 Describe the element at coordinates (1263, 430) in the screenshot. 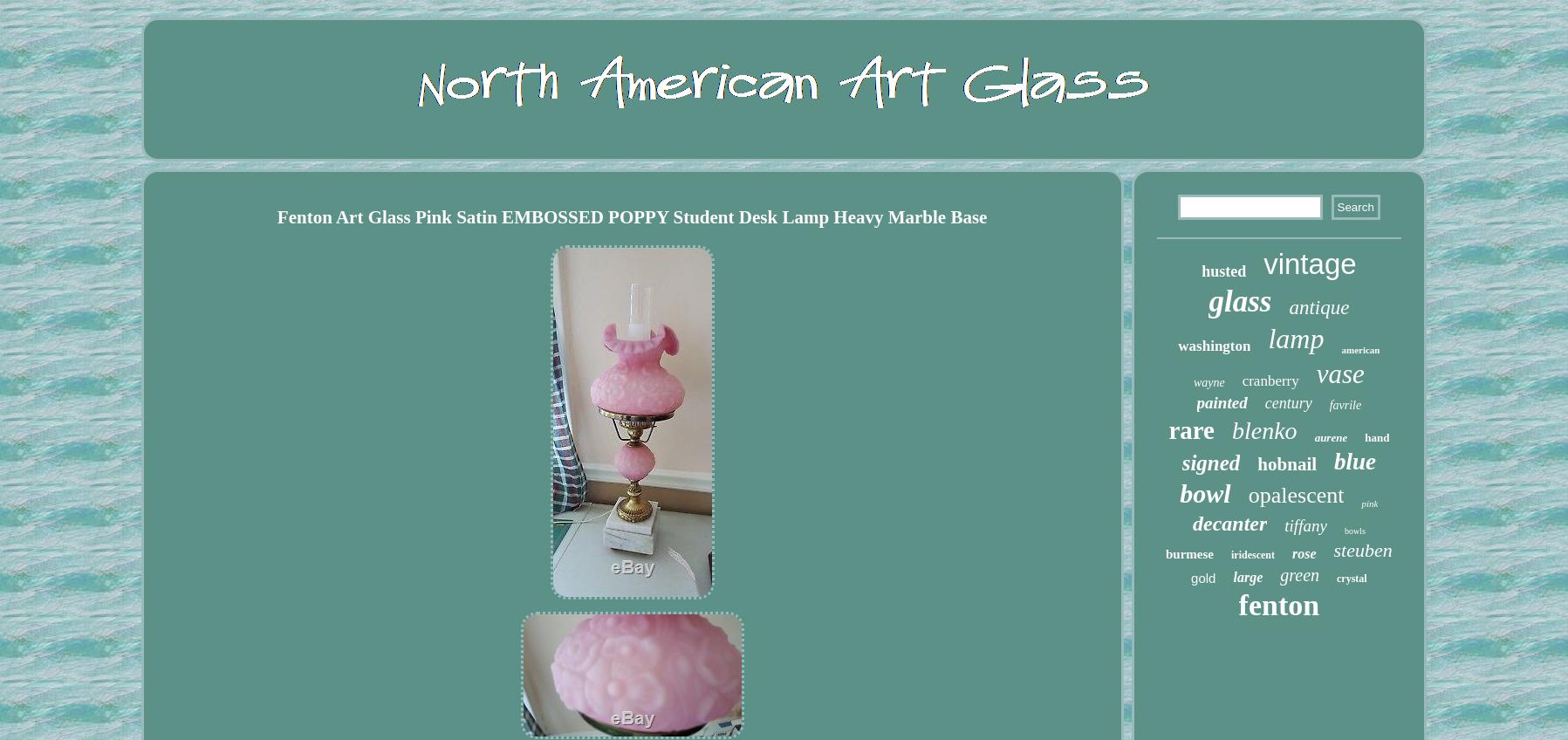

I see `'blenko'` at that location.